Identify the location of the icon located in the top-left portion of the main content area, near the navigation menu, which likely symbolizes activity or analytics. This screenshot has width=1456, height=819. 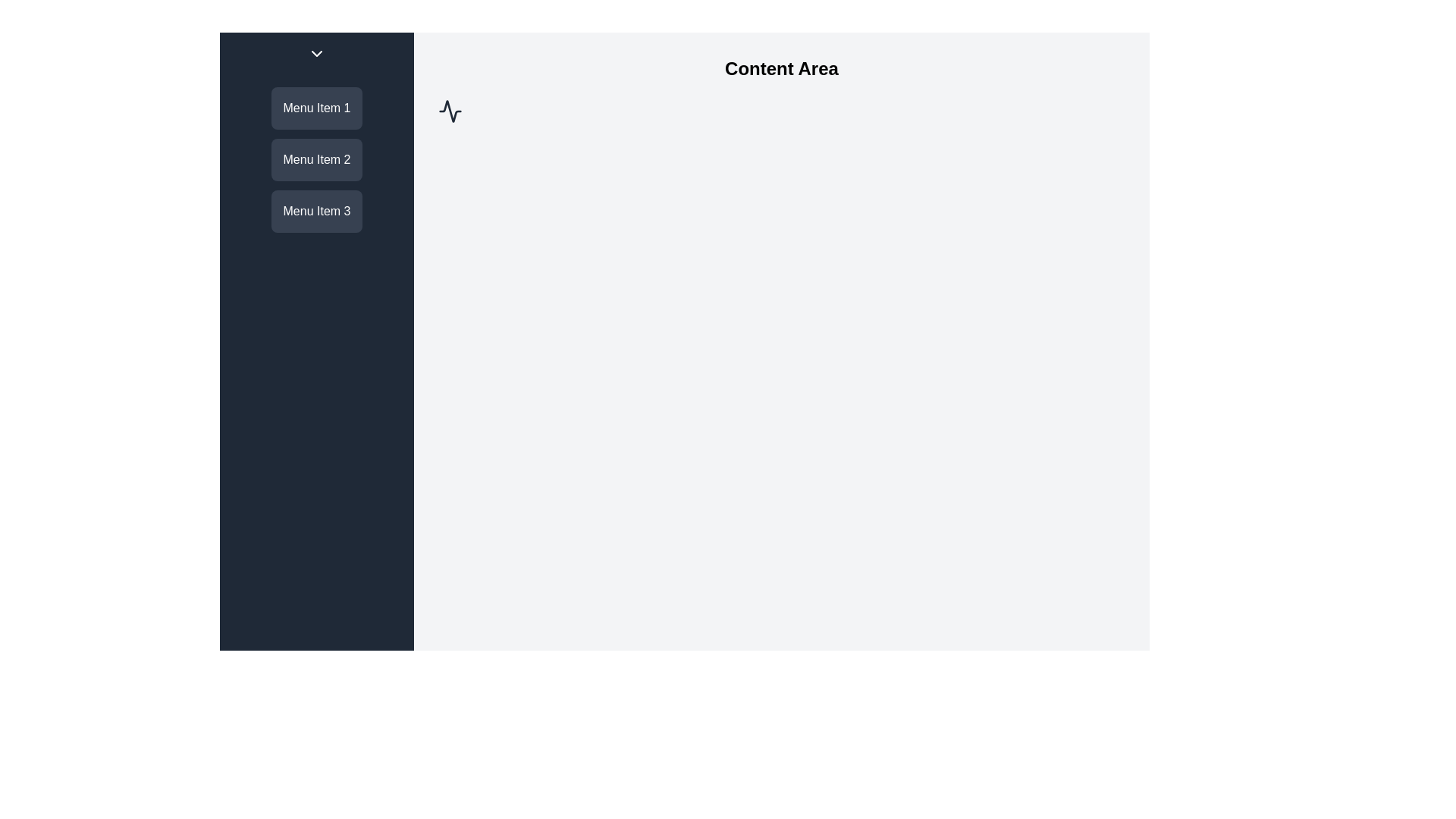
(450, 110).